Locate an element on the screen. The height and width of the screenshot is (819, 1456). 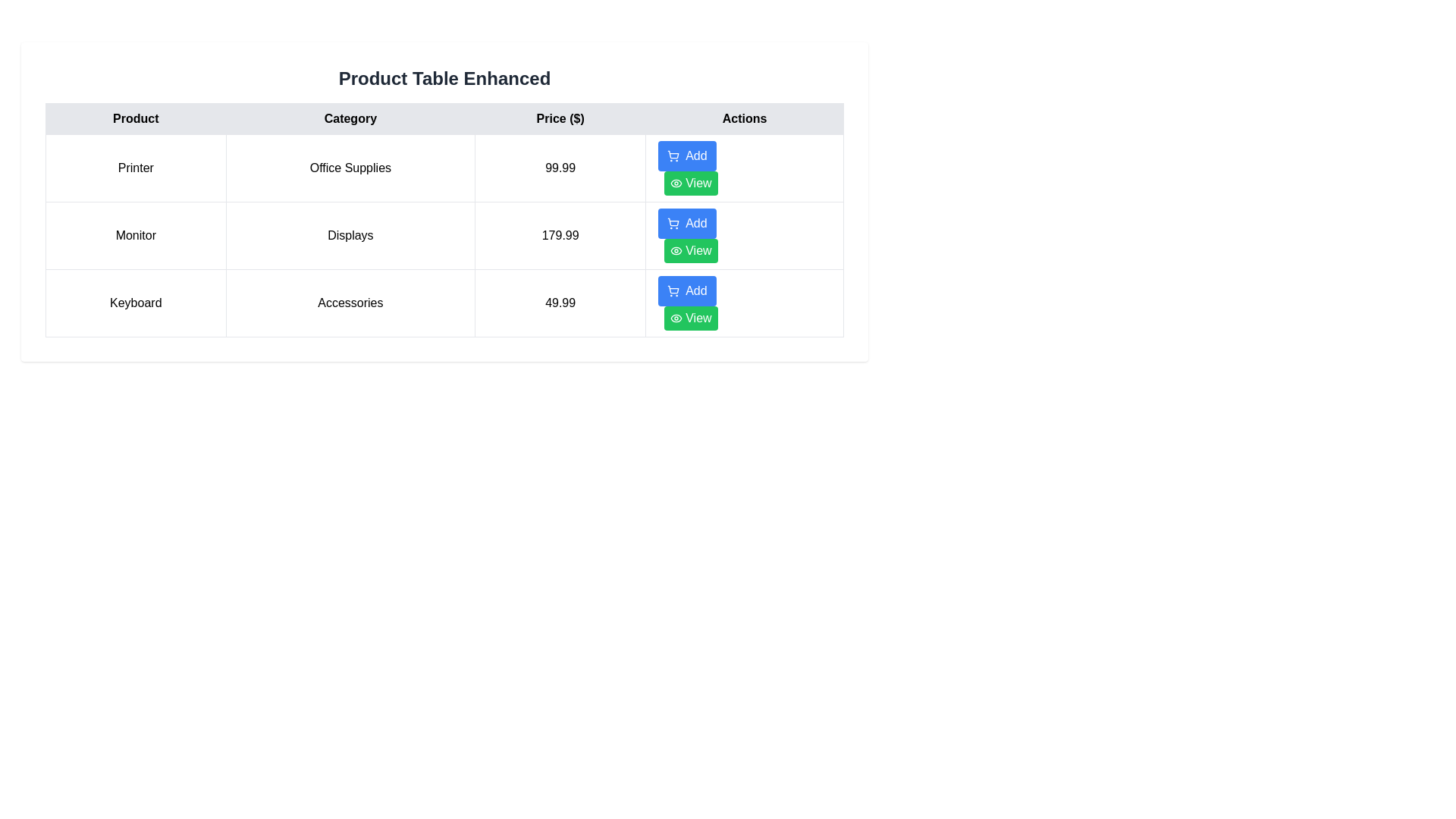
the first cell in the first row of the product description table, which displays the product name 'Printer' is located at coordinates (136, 168).